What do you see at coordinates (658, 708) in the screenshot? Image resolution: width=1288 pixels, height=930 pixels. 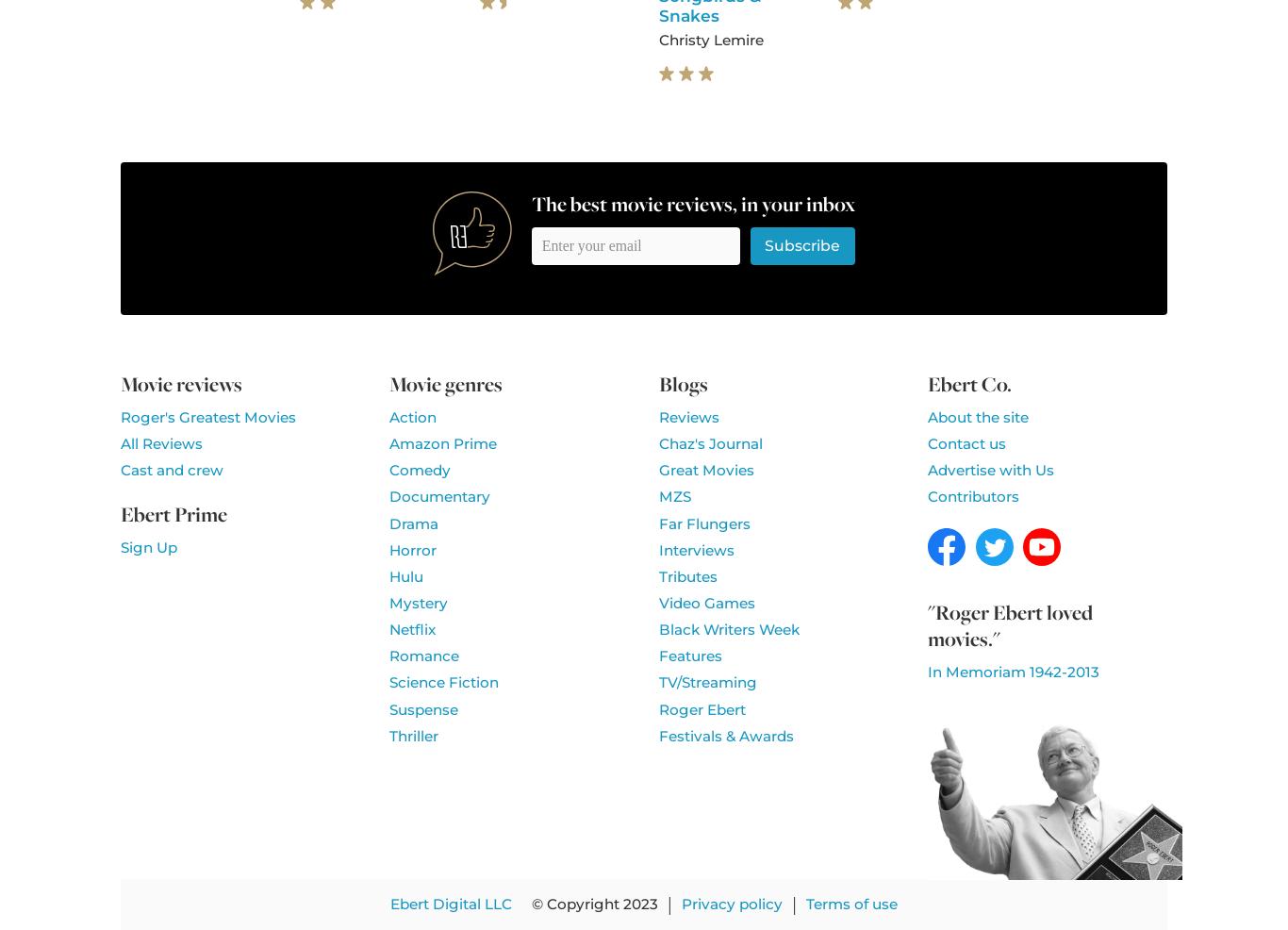 I see `'Roger Ebert'` at bounding box center [658, 708].